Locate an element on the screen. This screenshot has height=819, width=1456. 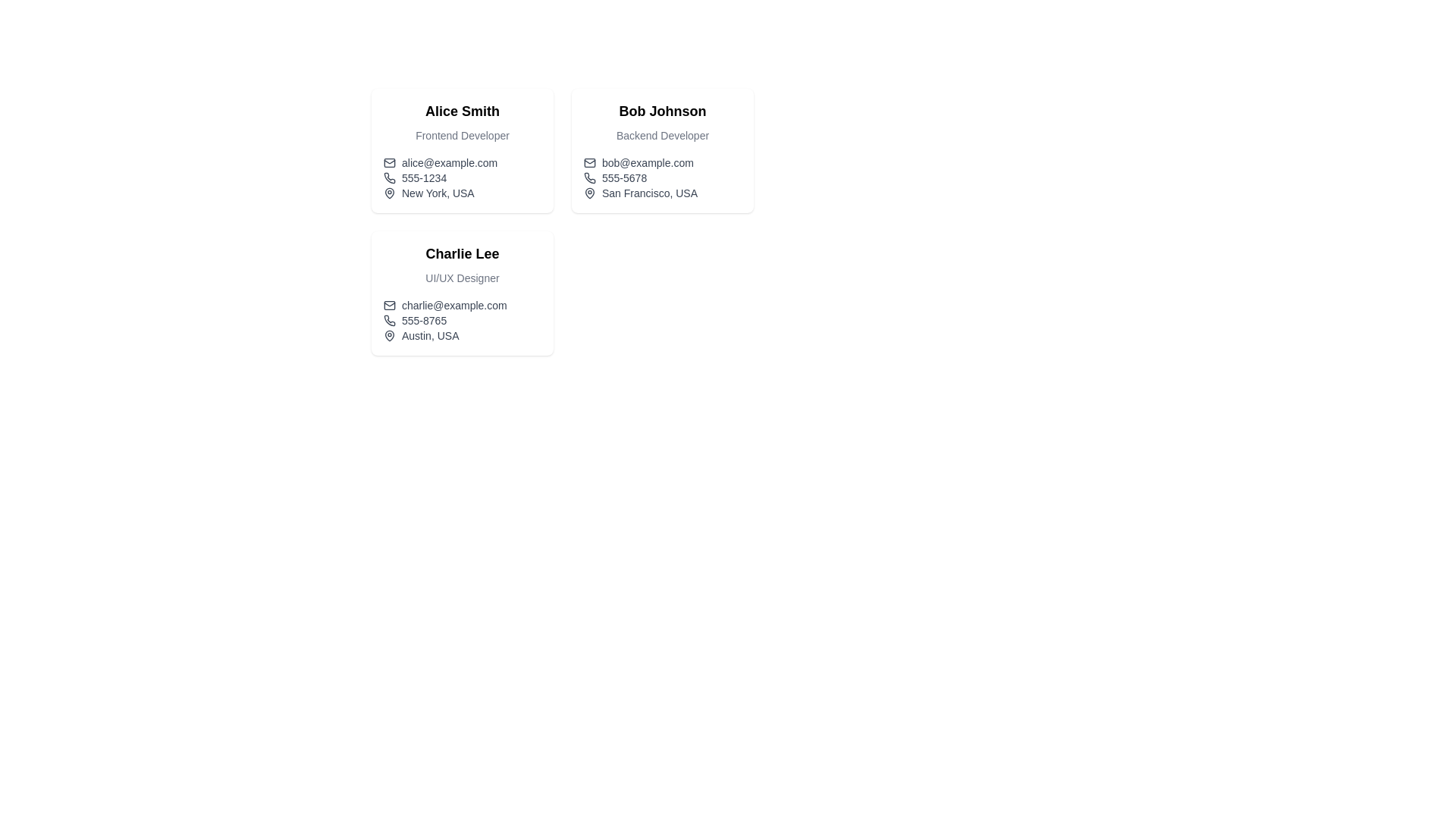
the Profile Card for Charlie Lee, which is a rectangular card showcasing their role as a UI/UX Designer, located at the specified coordinates is located at coordinates (461, 293).